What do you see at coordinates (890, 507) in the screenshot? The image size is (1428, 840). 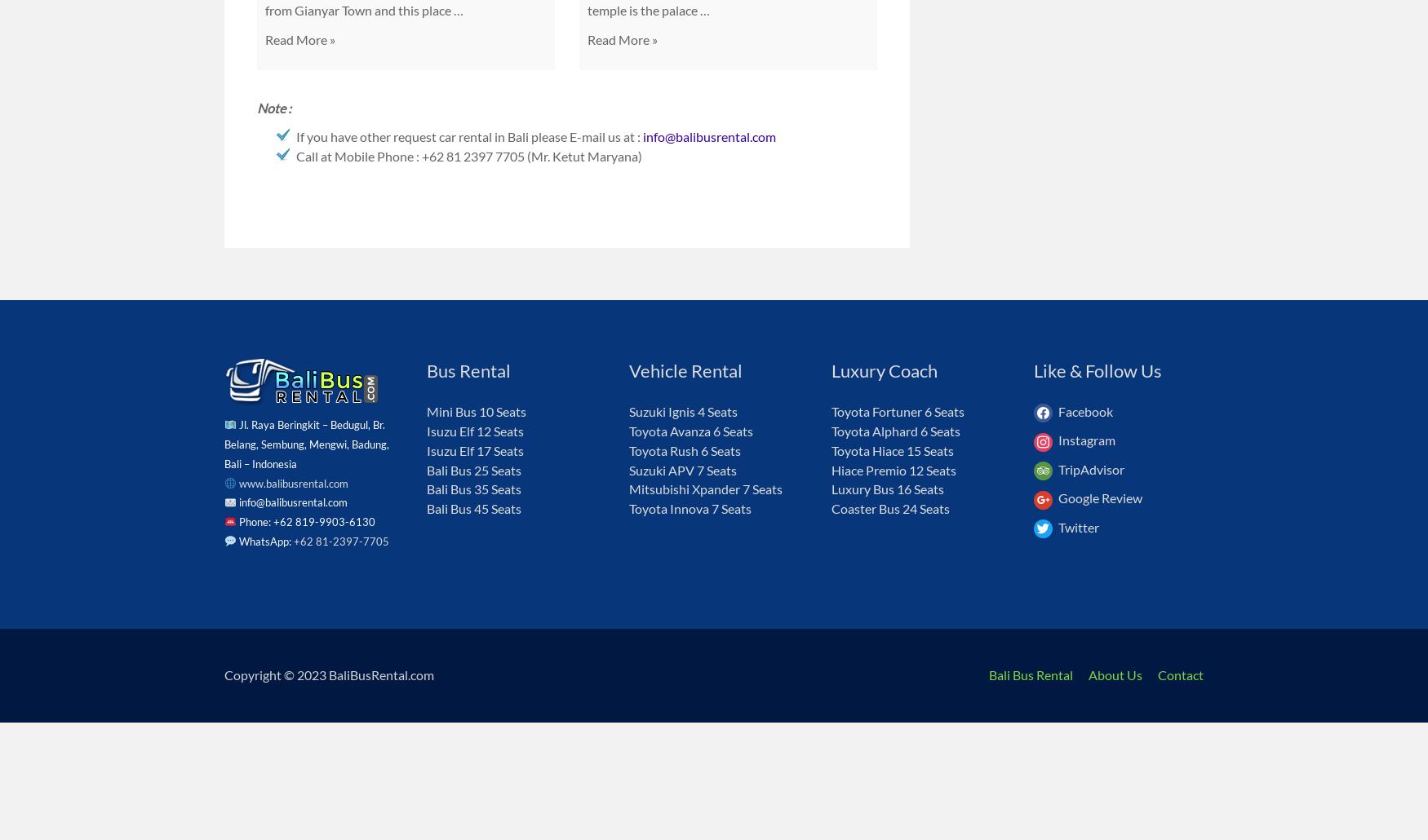 I see `'Coaster Bus 24 Seats'` at bounding box center [890, 507].